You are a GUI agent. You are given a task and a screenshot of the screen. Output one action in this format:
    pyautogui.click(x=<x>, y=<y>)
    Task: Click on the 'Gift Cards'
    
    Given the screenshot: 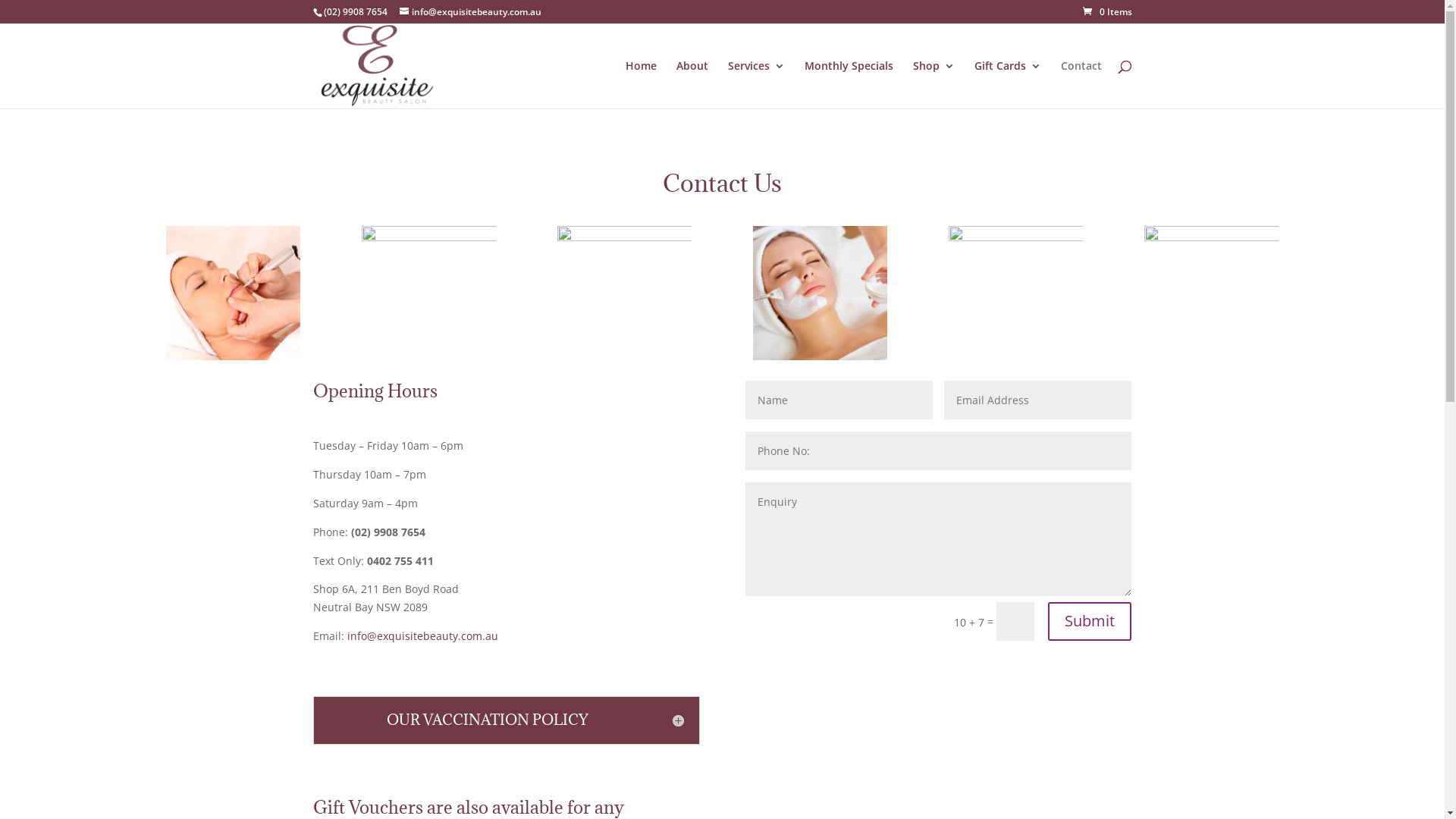 What is the action you would take?
    pyautogui.click(x=1007, y=84)
    